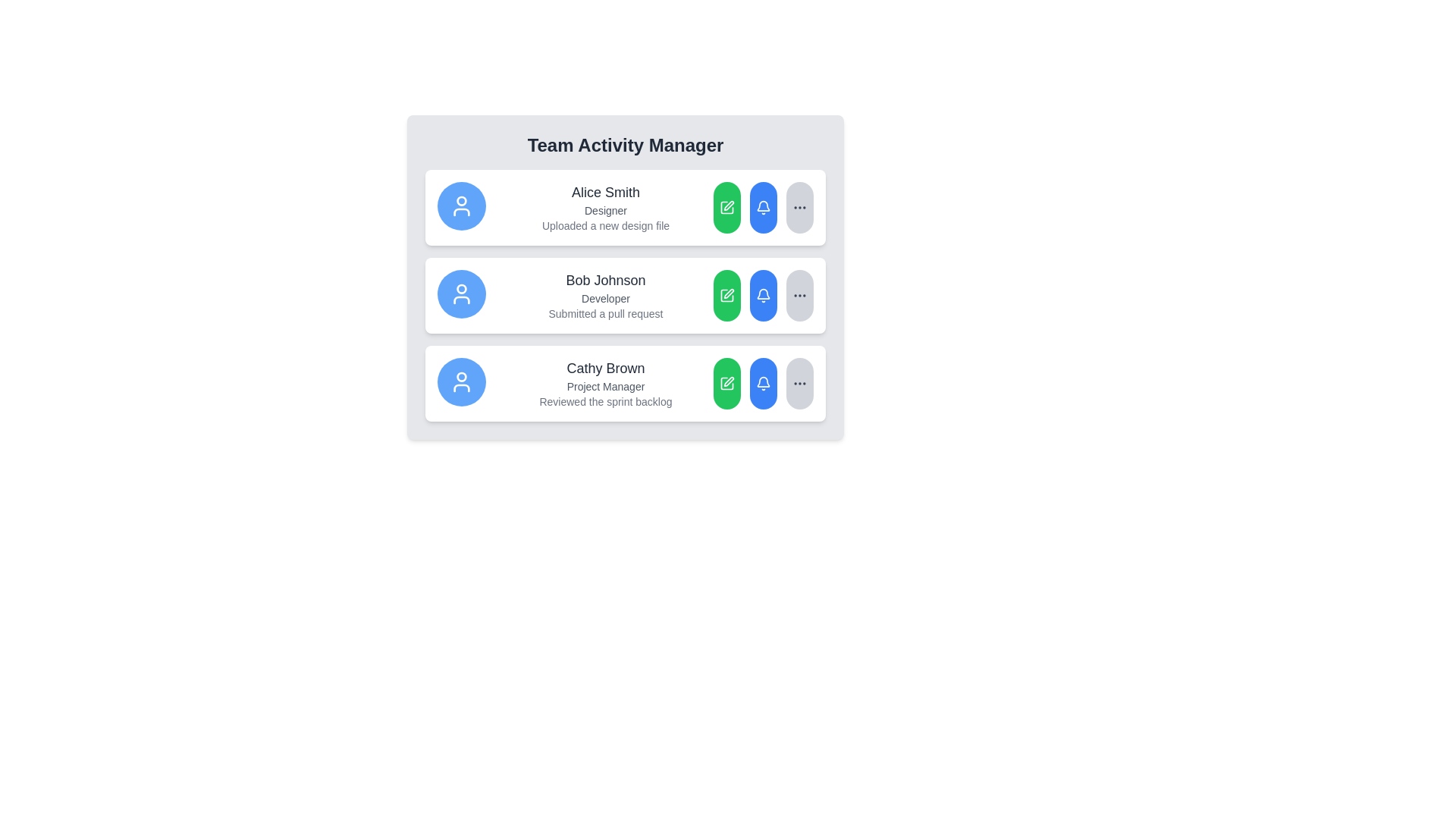  Describe the element at coordinates (764, 207) in the screenshot. I see `the circular button with a bell icon and blue background, located between the green pencil button and the gray ellipses button, to observe its visual changes` at that location.